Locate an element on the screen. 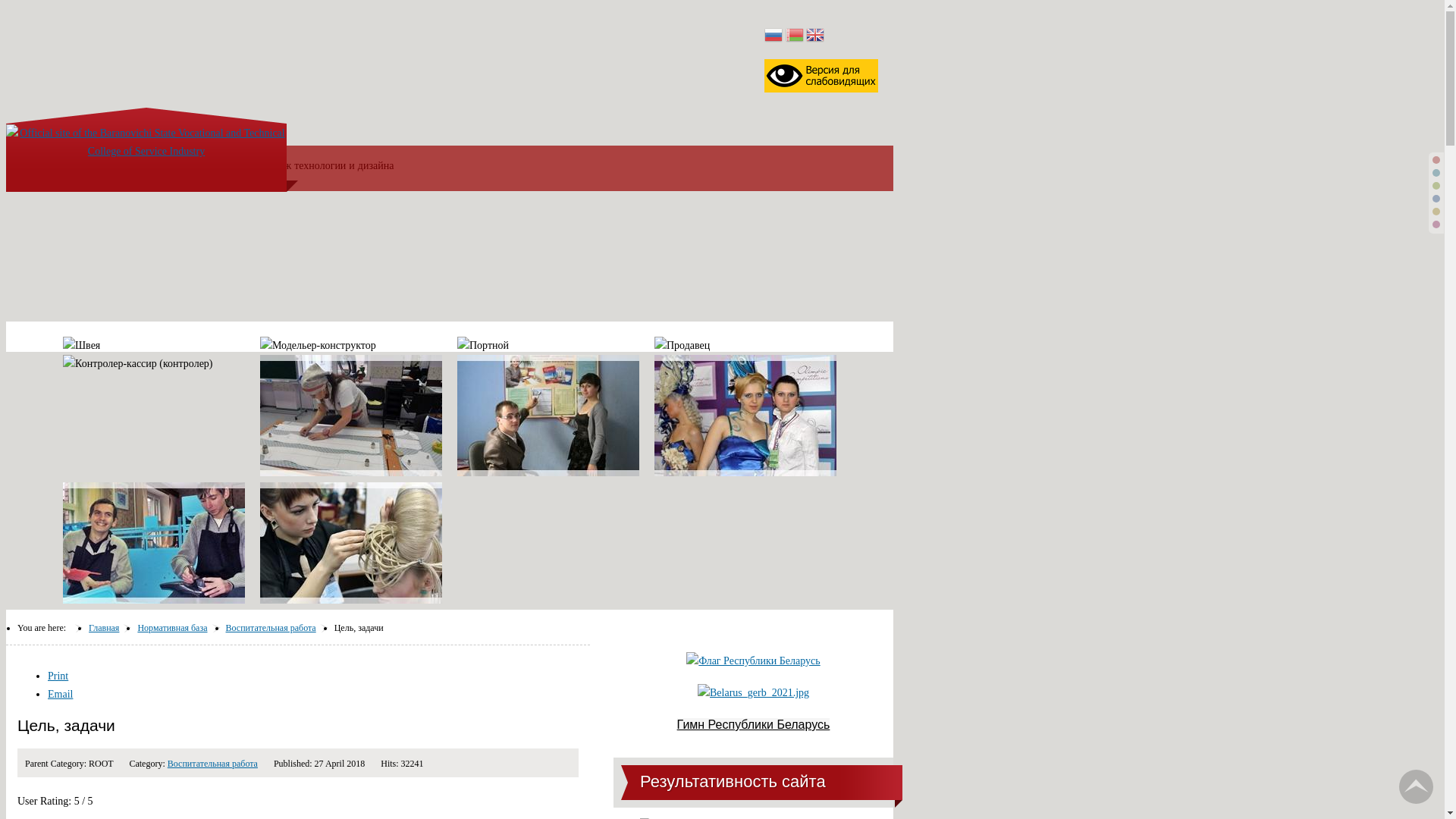  'English' is located at coordinates (814, 35).